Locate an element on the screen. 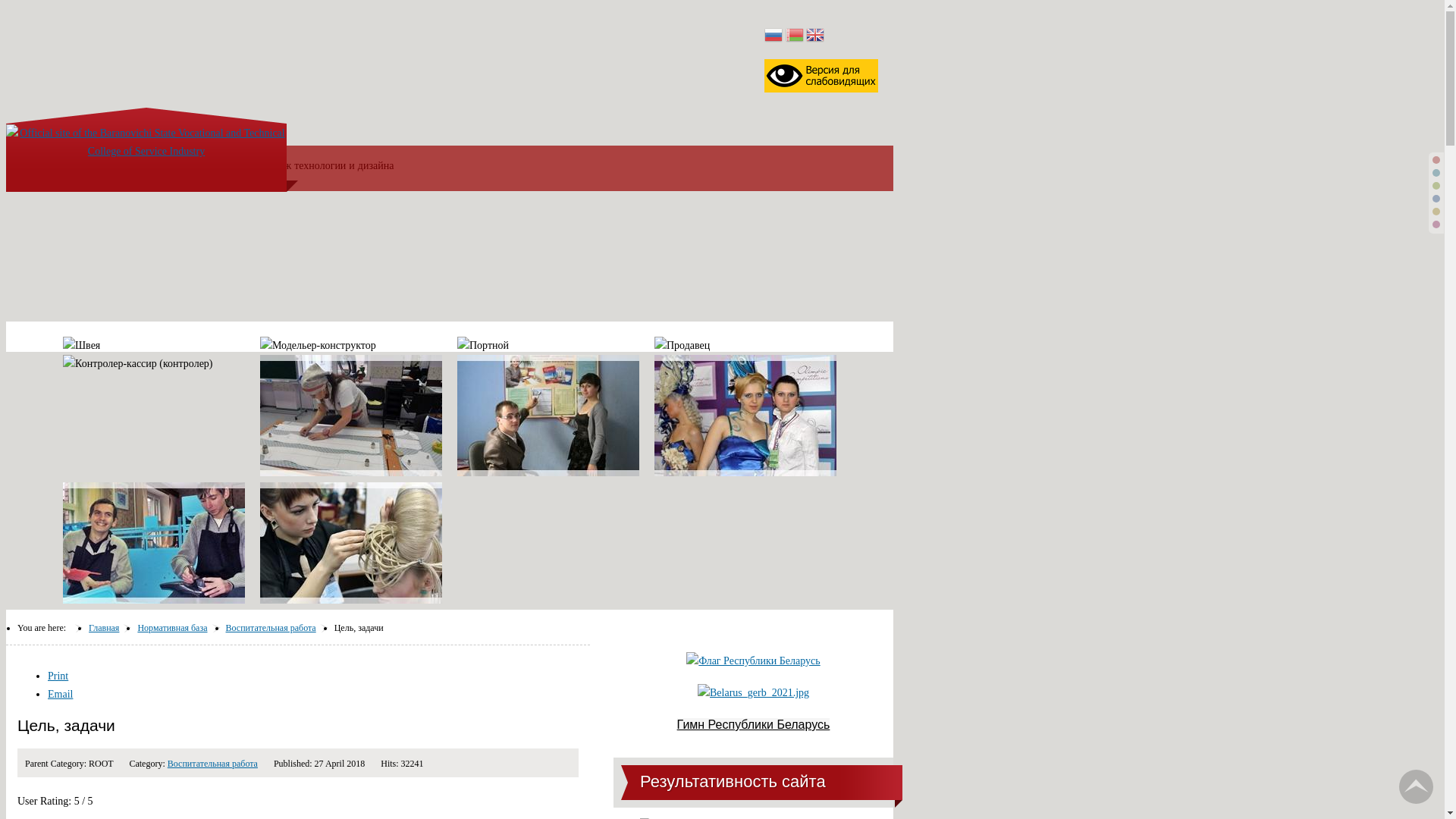  'English' is located at coordinates (814, 35).